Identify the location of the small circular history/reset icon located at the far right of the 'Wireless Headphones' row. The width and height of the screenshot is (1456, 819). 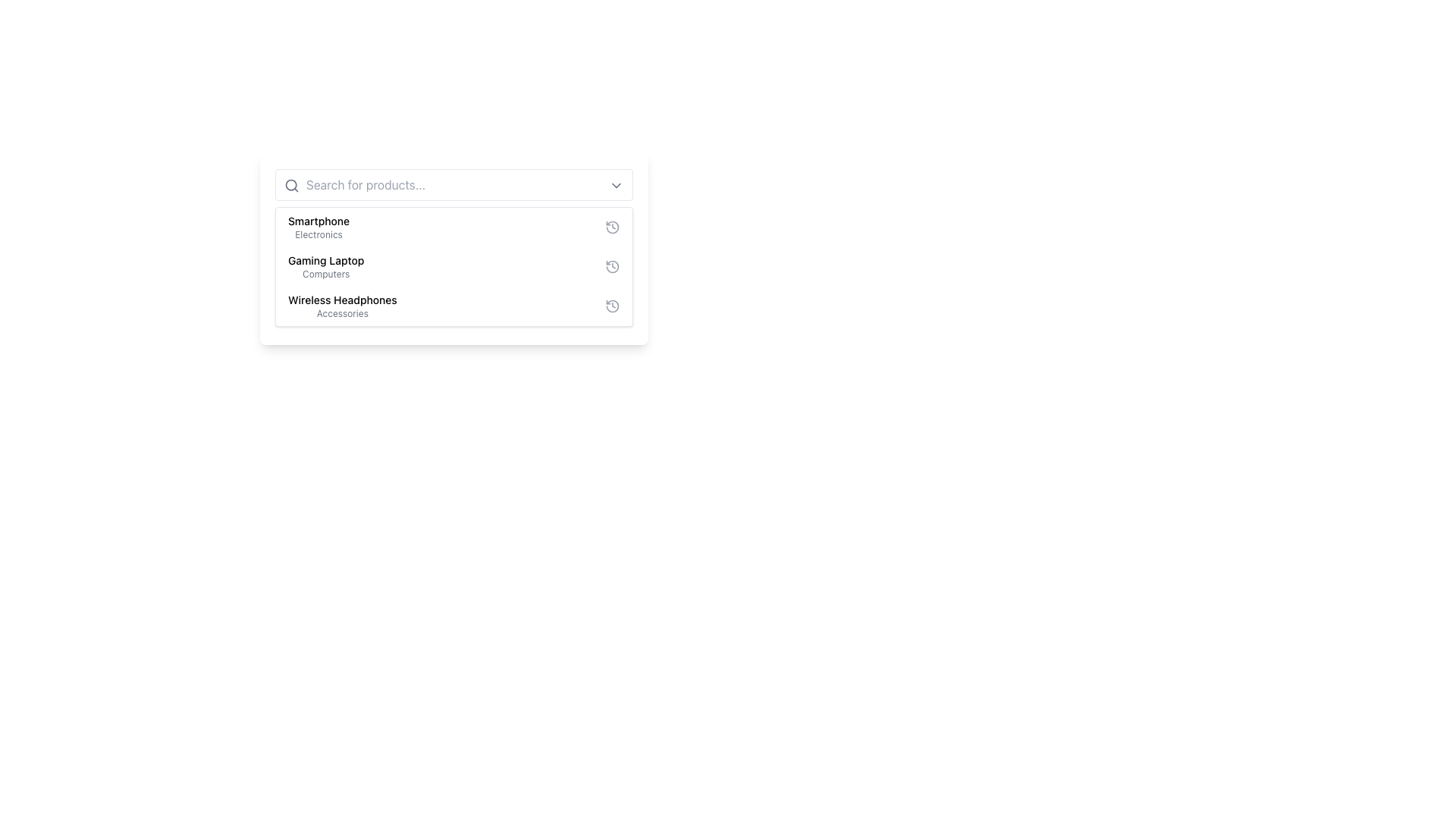
(612, 306).